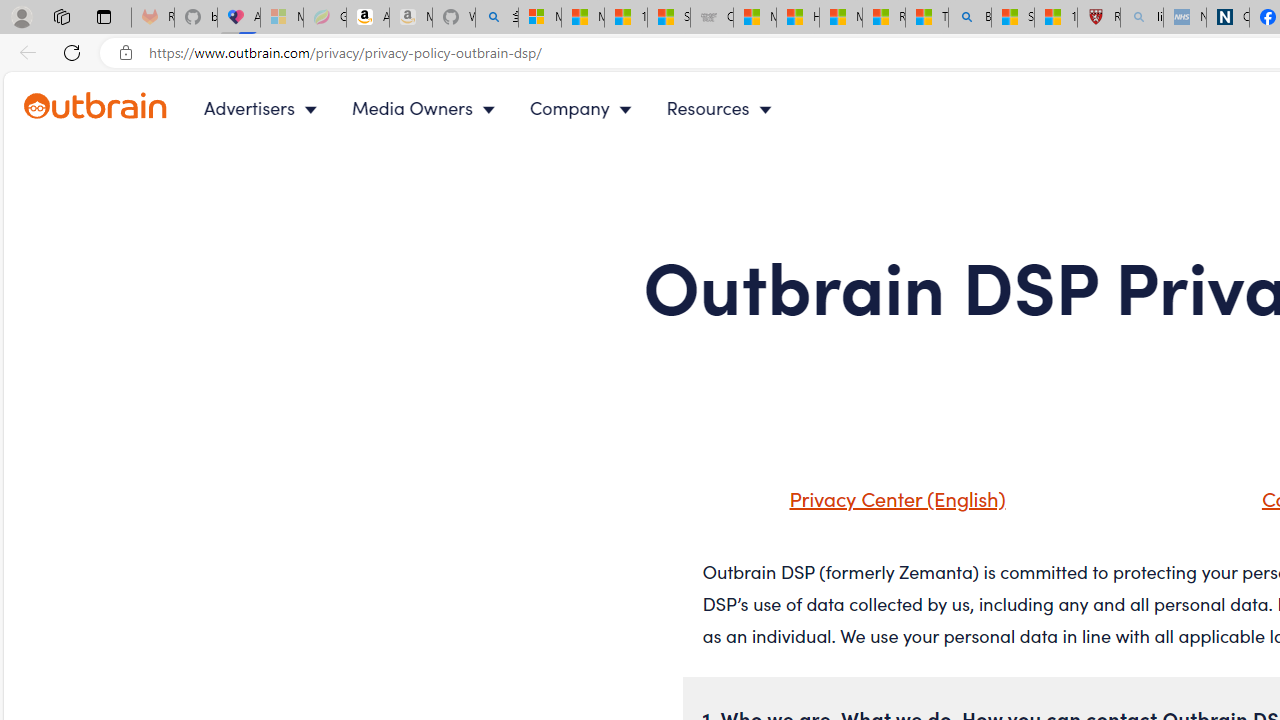 The width and height of the screenshot is (1280, 720). Describe the element at coordinates (891, 496) in the screenshot. I see `'Privacy Center (English)'` at that location.